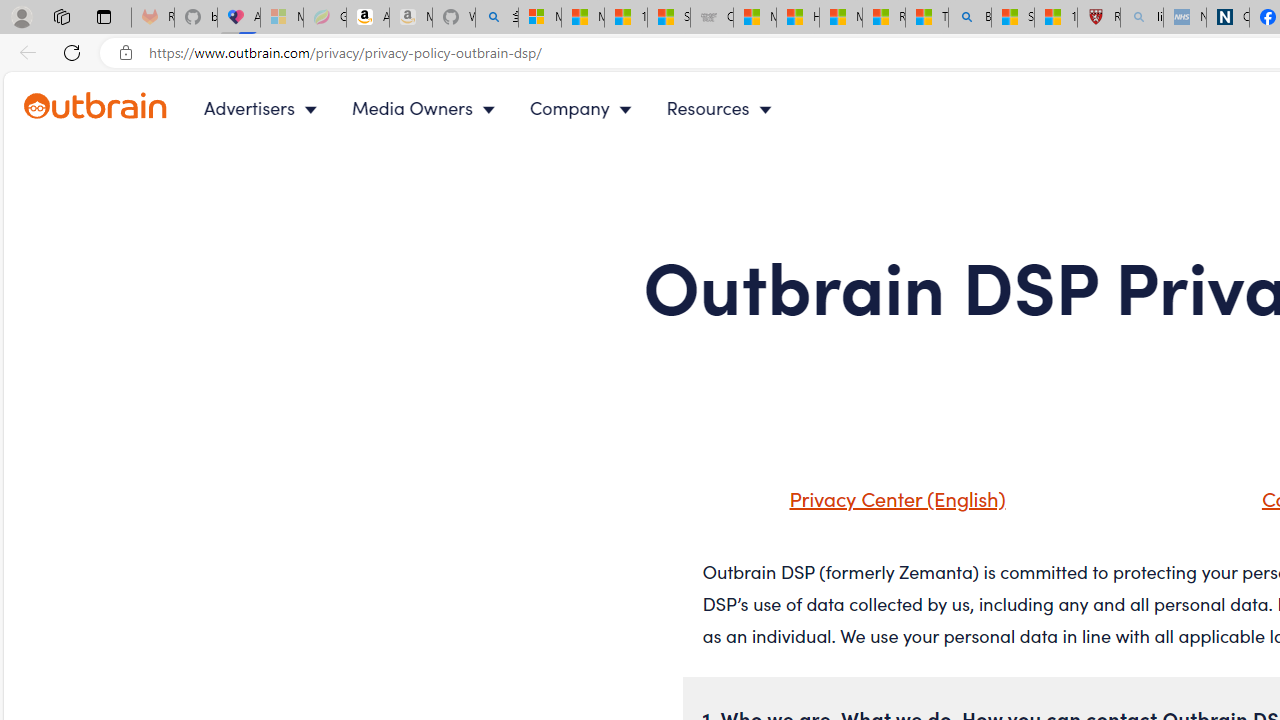 The width and height of the screenshot is (1280, 720). Describe the element at coordinates (891, 496) in the screenshot. I see `'Privacy Center (English)'` at that location.